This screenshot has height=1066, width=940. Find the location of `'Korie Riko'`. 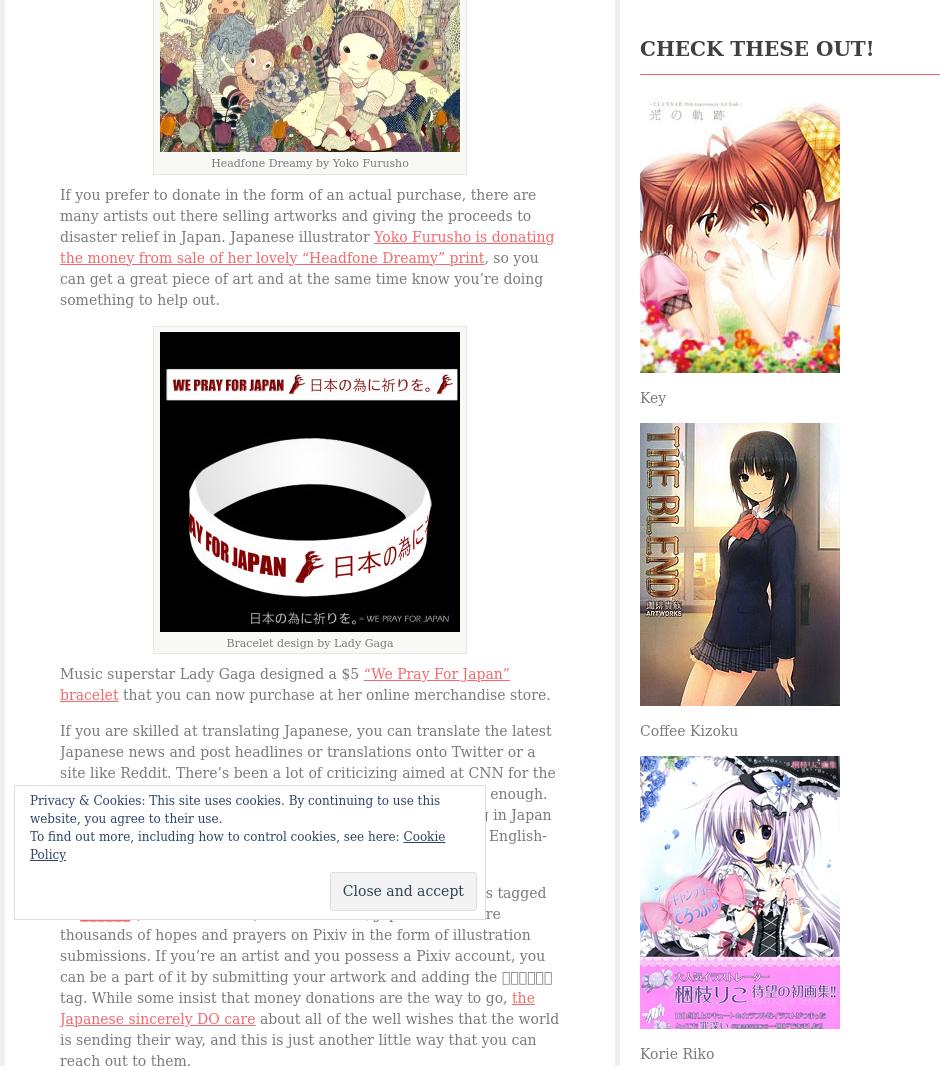

'Korie Riko' is located at coordinates (675, 1053).